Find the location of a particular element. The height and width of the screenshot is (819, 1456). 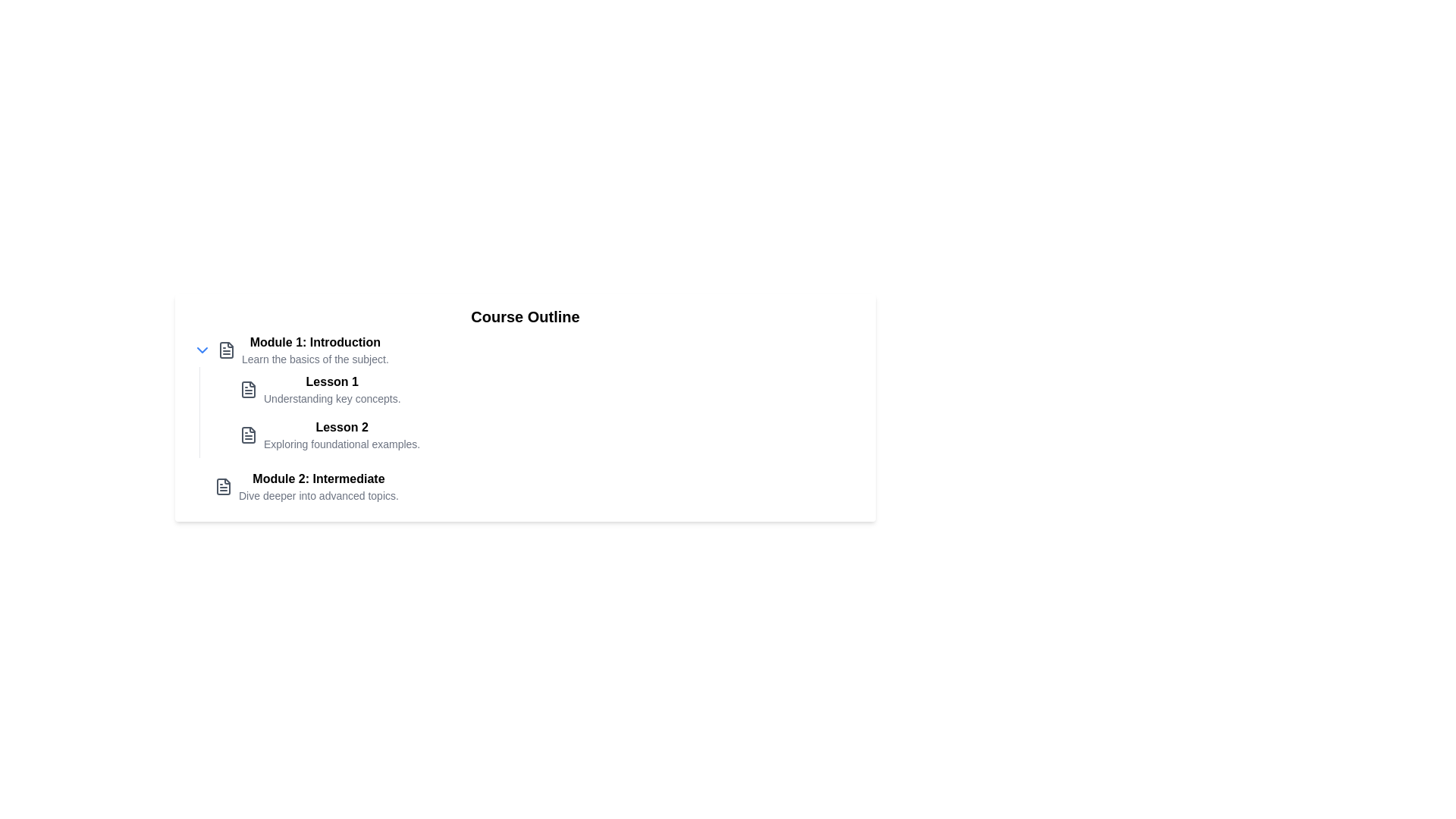

the blue downward-pointing chevron icon next to the bold title 'Module 1: Introduction' is located at coordinates (202, 350).